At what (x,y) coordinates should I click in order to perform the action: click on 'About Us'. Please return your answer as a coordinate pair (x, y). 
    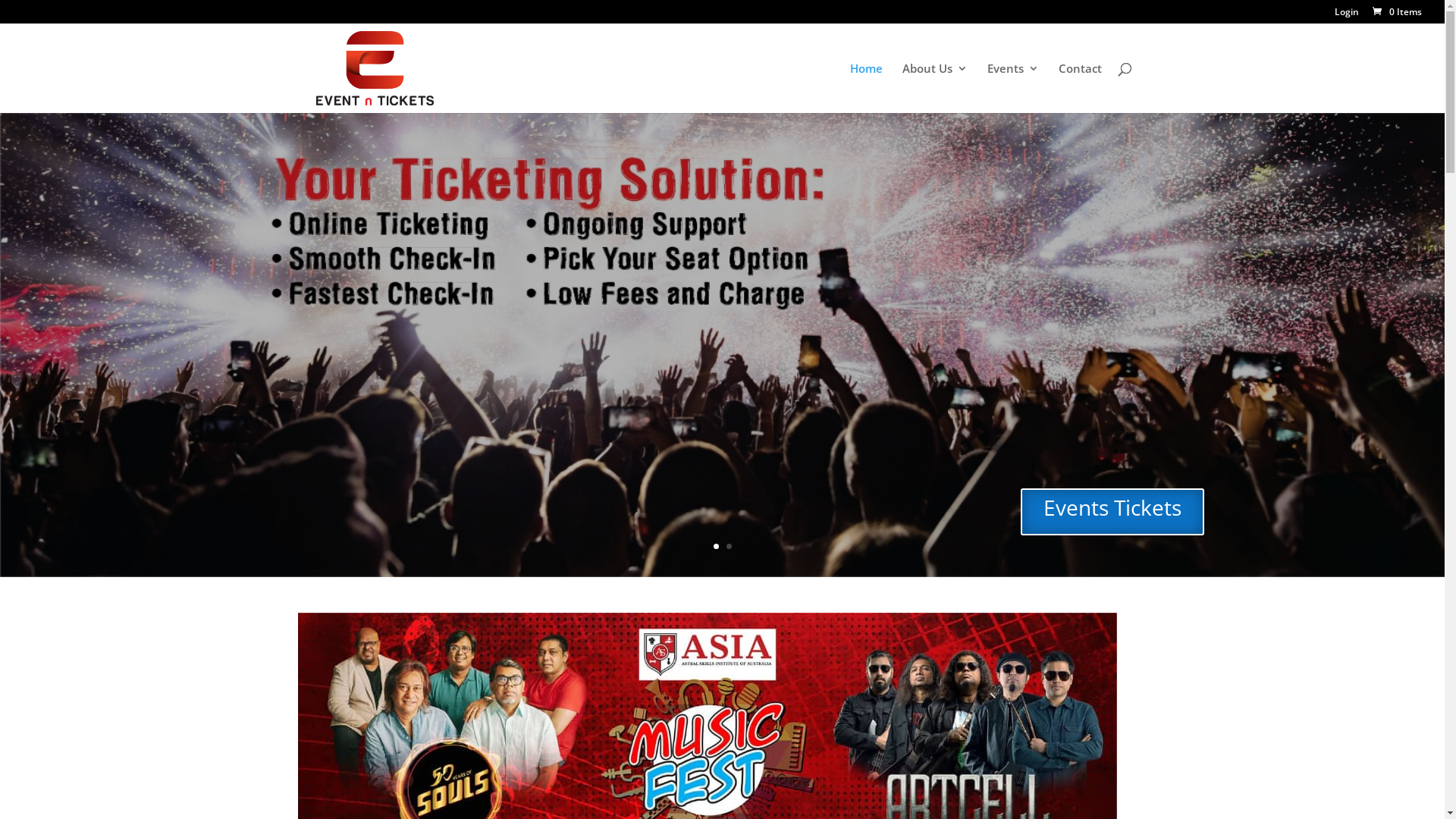
    Looking at the image, I should click on (934, 87).